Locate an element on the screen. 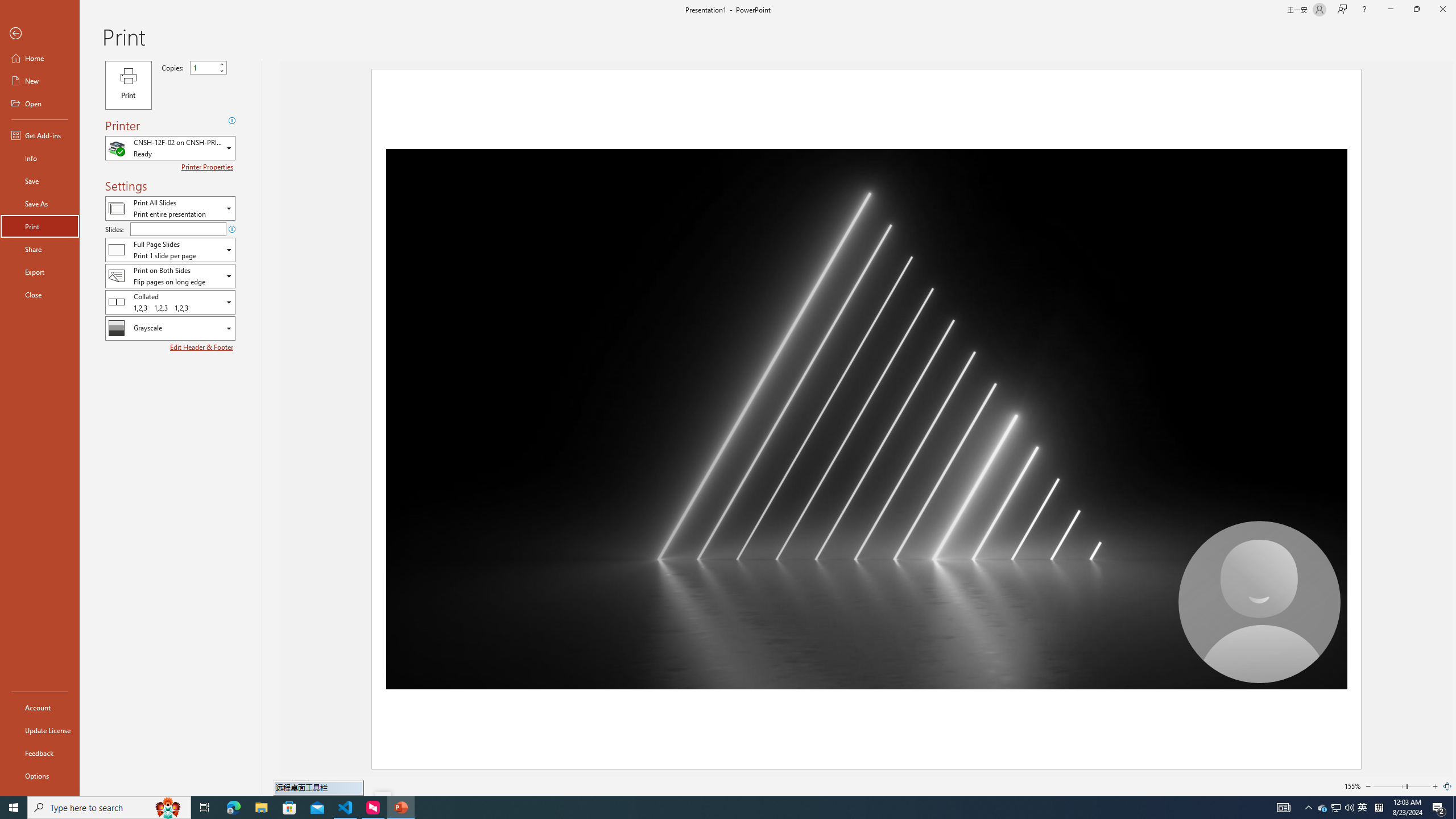 The height and width of the screenshot is (819, 1456). 'Page left' is located at coordinates (1389, 786).